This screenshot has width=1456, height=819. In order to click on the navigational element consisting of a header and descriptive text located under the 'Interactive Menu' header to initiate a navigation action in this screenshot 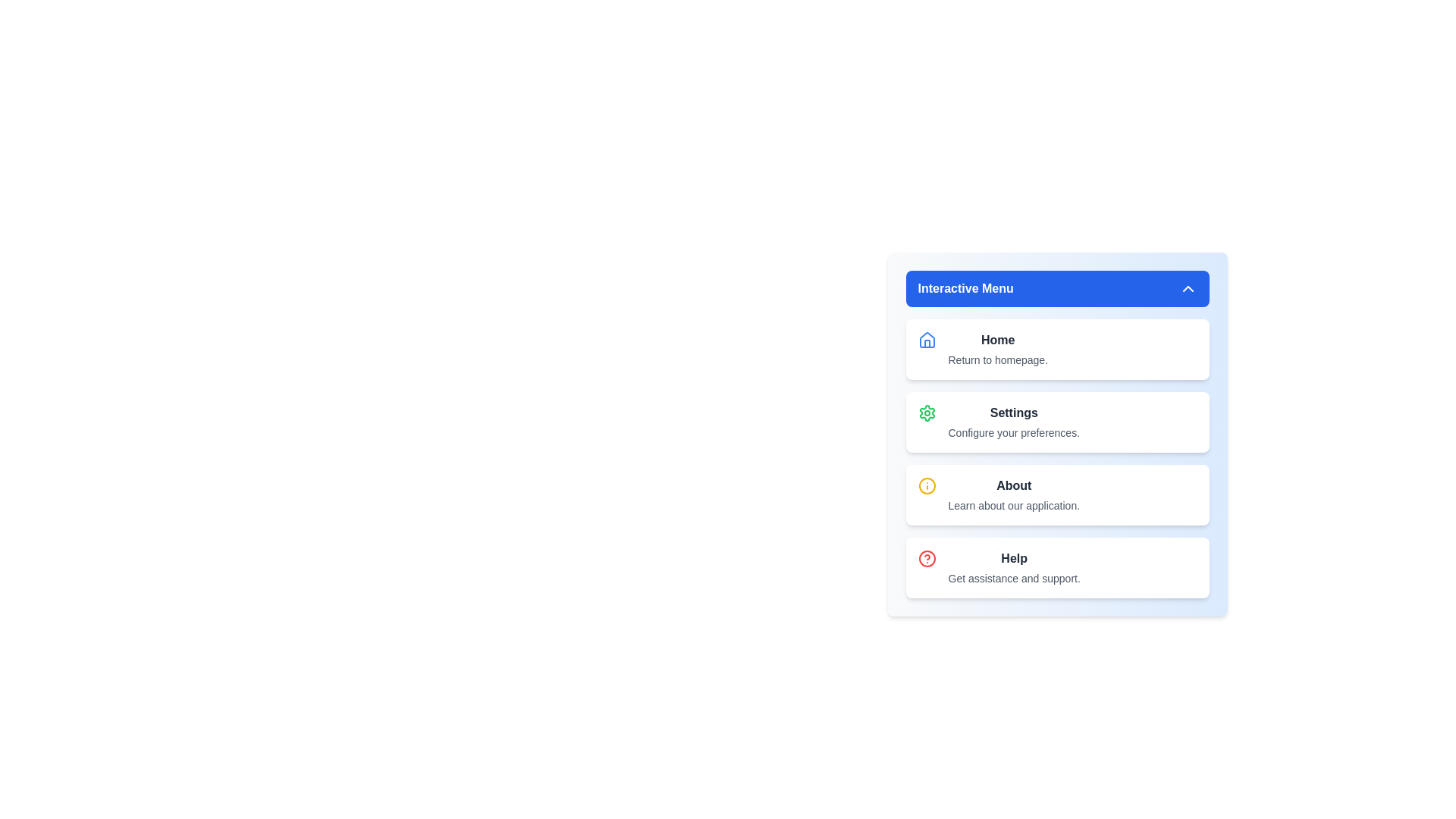, I will do `click(998, 350)`.